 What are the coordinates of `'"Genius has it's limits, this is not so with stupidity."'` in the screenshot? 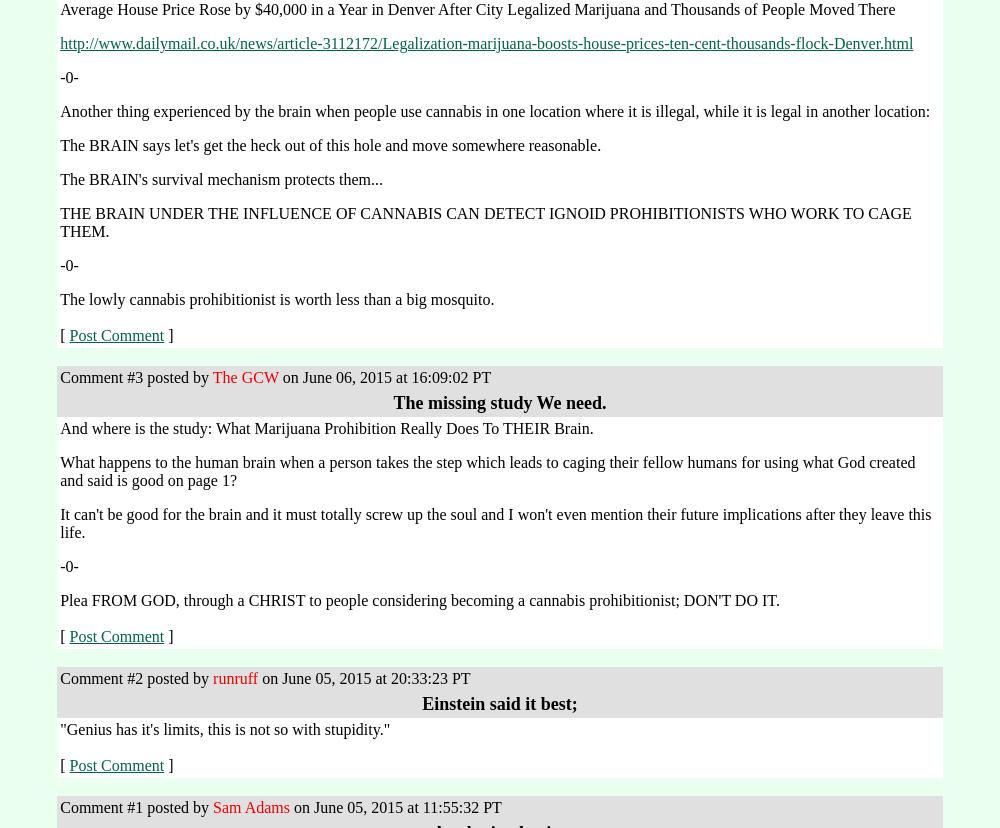 It's located at (224, 728).